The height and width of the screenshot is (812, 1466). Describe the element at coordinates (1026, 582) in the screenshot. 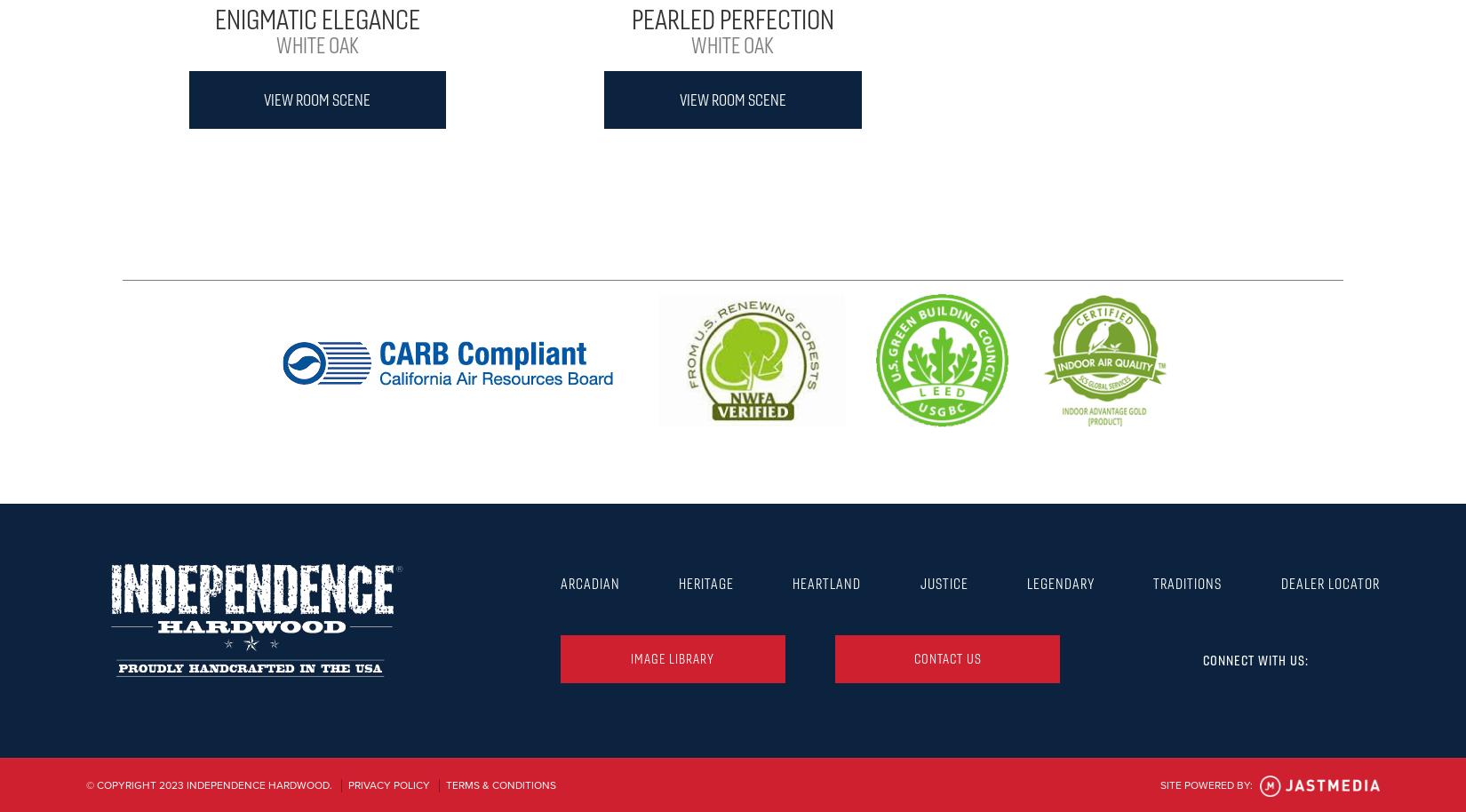

I see `'Legendary'` at that location.